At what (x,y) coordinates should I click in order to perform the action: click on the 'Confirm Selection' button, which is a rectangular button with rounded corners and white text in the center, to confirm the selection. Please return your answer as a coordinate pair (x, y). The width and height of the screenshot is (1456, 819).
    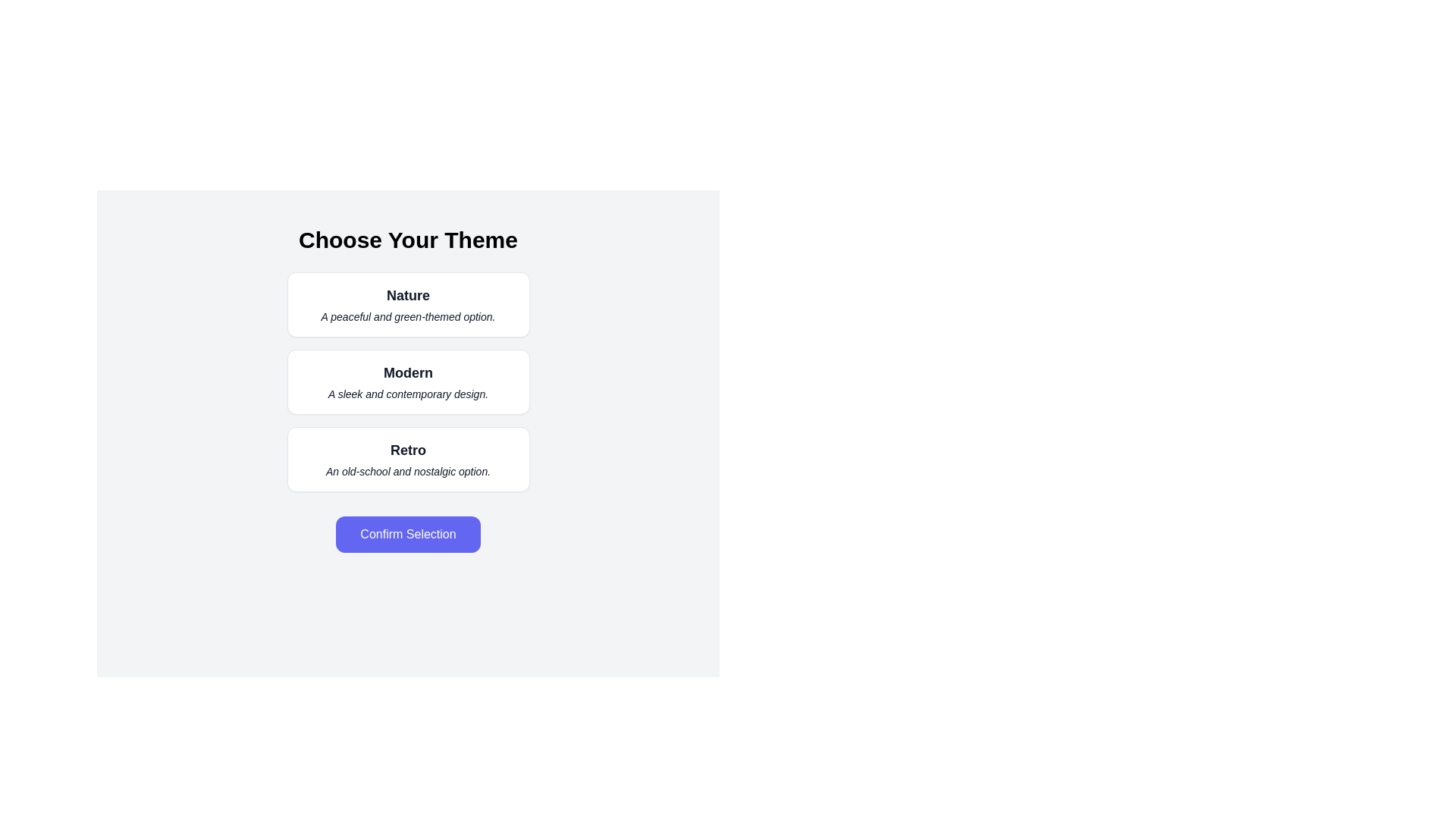
    Looking at the image, I should click on (408, 534).